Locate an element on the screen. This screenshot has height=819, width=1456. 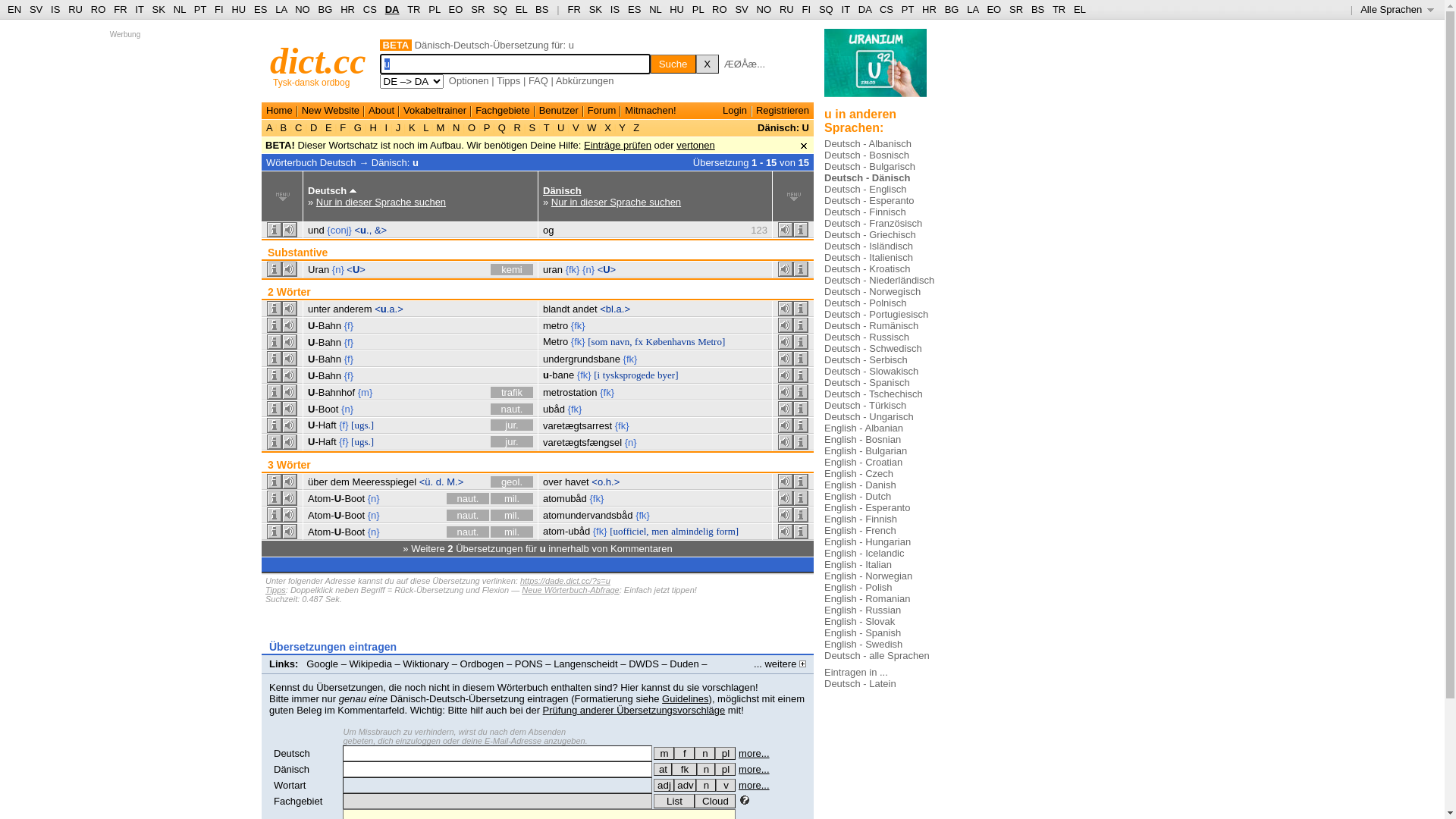
'S' is located at coordinates (532, 127).